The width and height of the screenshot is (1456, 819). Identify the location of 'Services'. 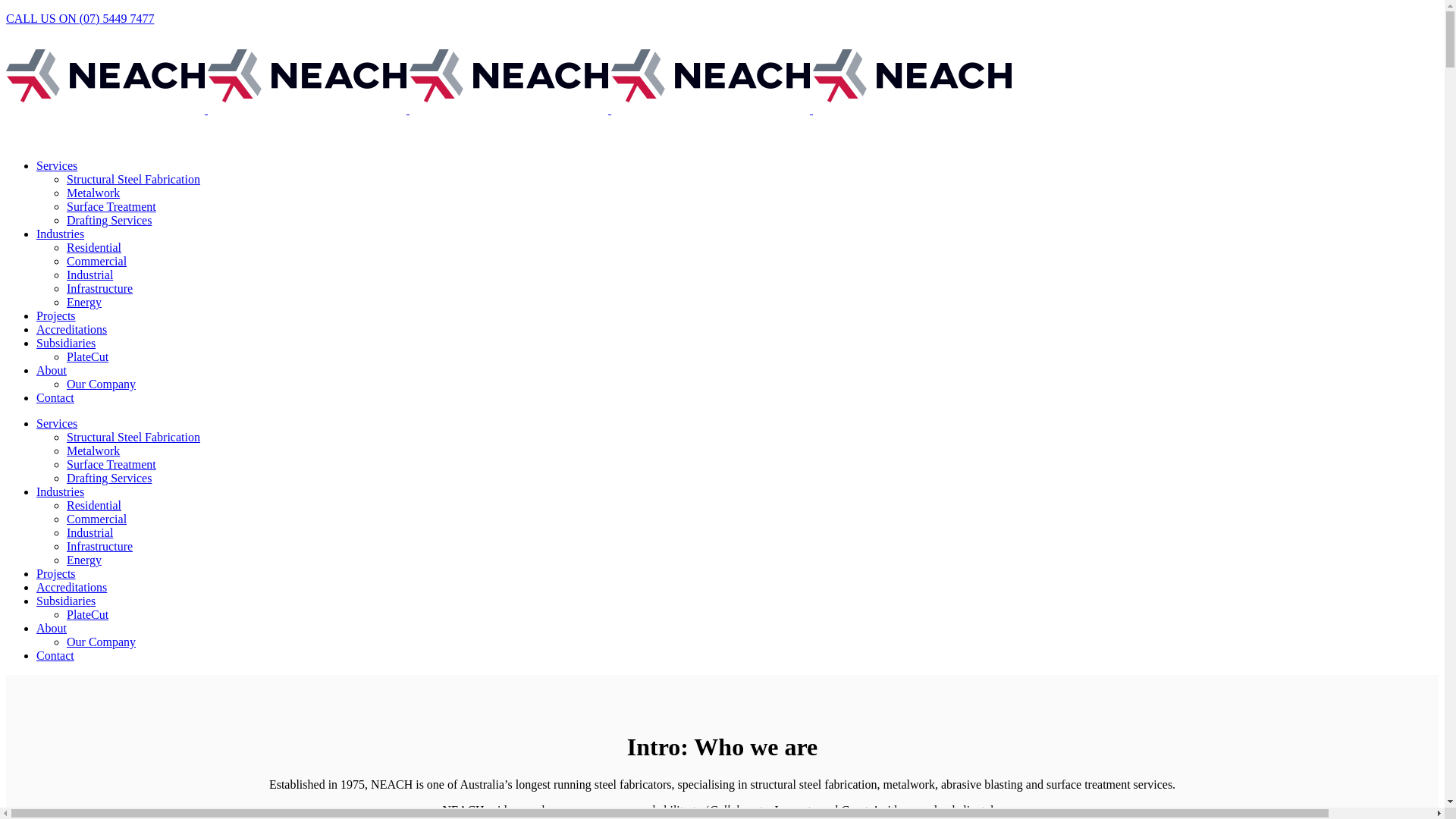
(57, 165).